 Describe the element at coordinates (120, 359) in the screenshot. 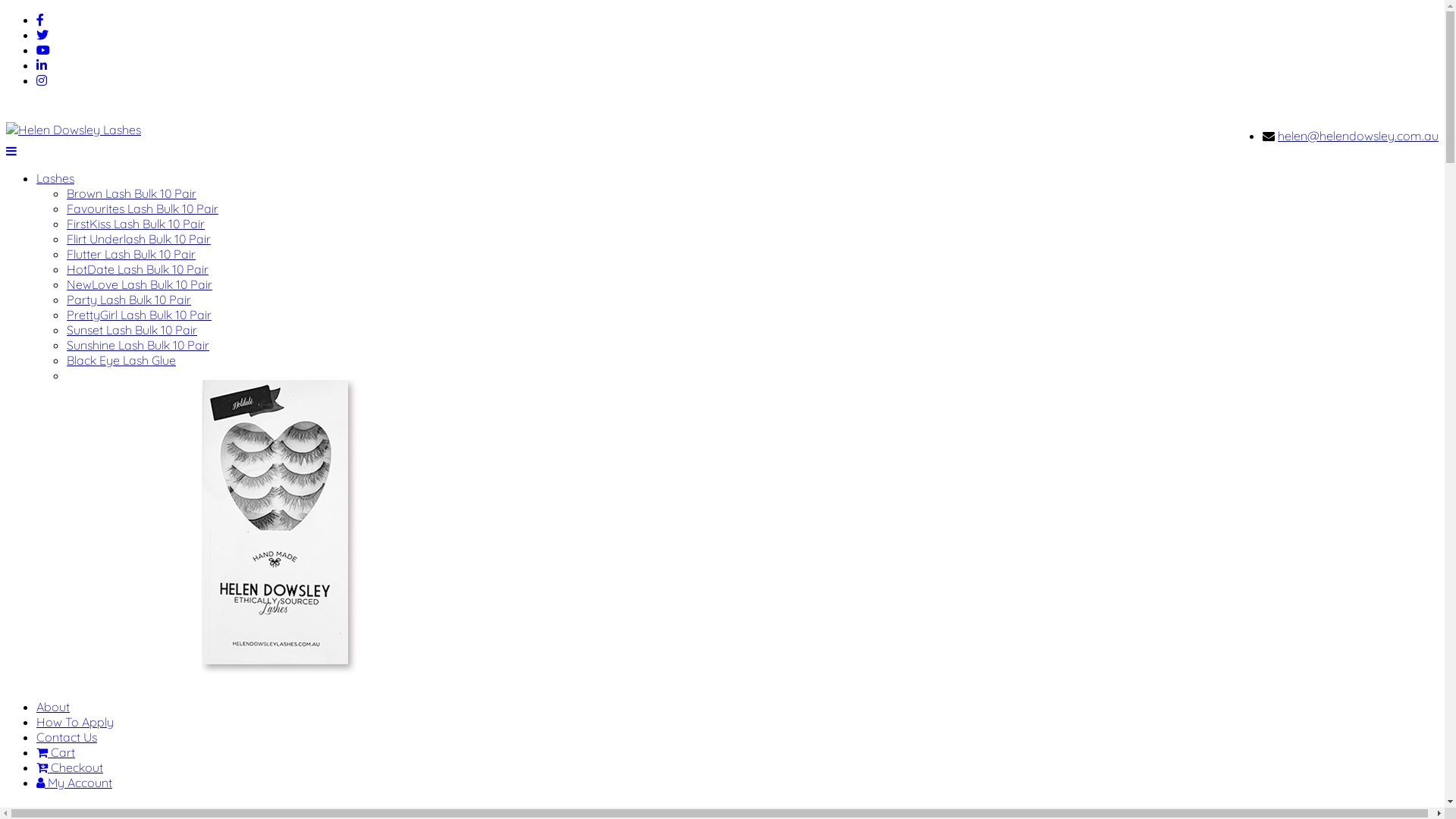

I see `'Black Eye Lash Glue'` at that location.